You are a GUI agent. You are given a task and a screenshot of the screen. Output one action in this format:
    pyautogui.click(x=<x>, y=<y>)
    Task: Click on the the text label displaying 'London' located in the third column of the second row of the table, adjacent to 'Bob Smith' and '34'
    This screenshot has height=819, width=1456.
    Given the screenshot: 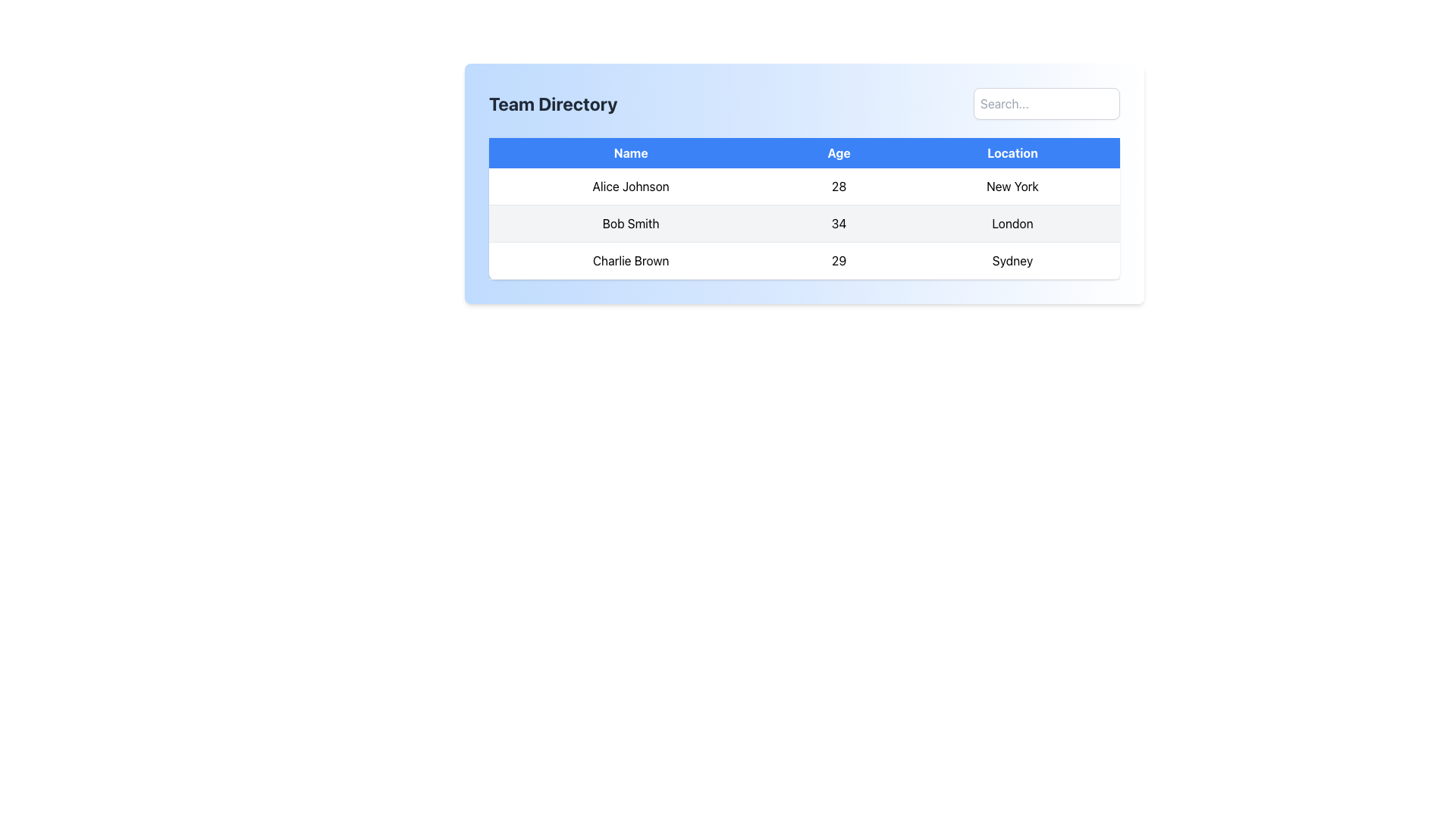 What is the action you would take?
    pyautogui.click(x=1012, y=223)
    